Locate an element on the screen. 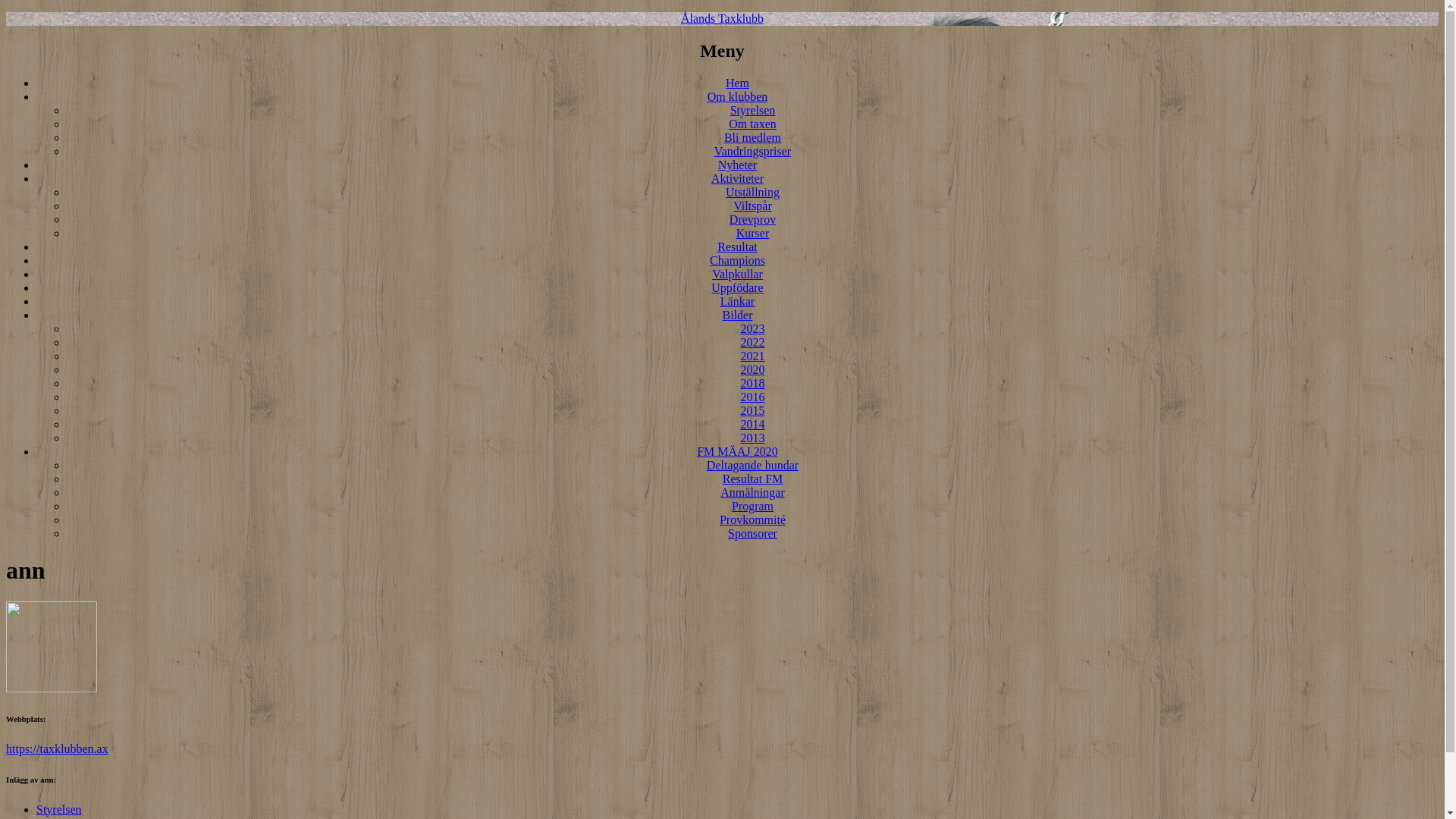  '2021' is located at coordinates (752, 356).